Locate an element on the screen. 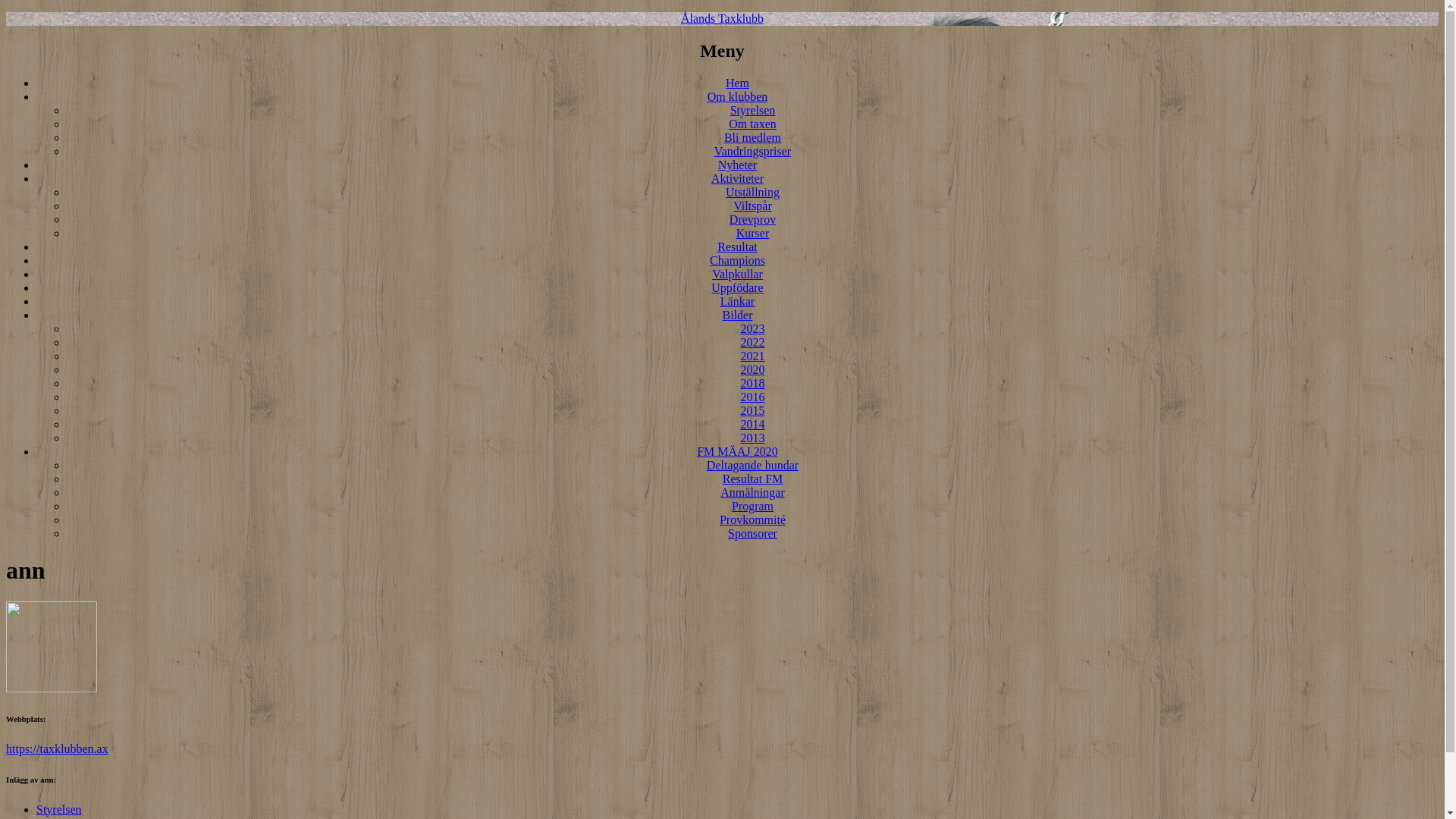  '2021' is located at coordinates (752, 356).